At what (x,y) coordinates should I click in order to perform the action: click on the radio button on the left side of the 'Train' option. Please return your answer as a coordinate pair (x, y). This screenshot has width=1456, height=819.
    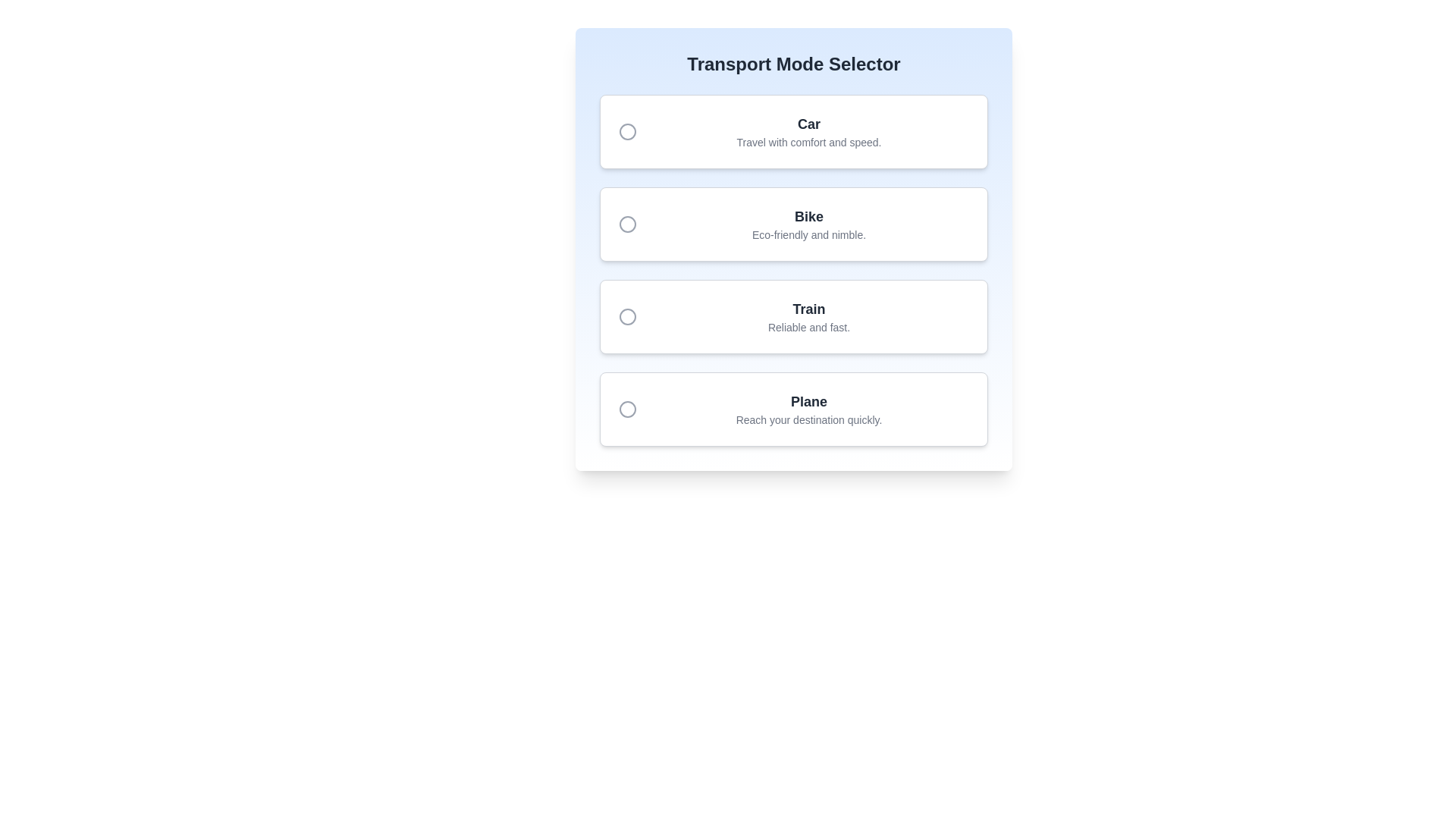
    Looking at the image, I should click on (628, 315).